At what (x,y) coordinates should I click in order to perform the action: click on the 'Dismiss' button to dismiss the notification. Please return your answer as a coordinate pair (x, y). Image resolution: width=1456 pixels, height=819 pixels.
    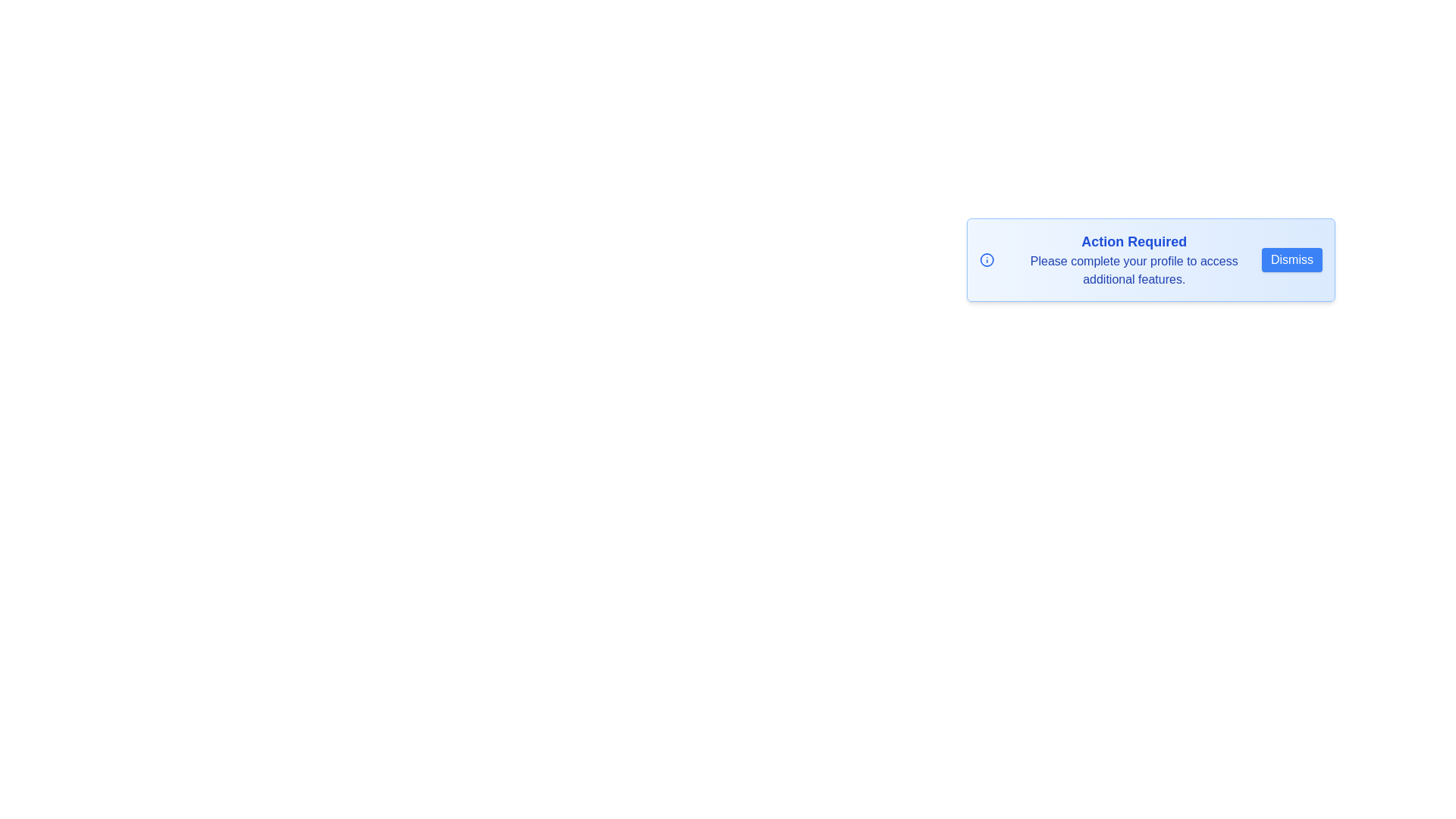
    Looking at the image, I should click on (1291, 259).